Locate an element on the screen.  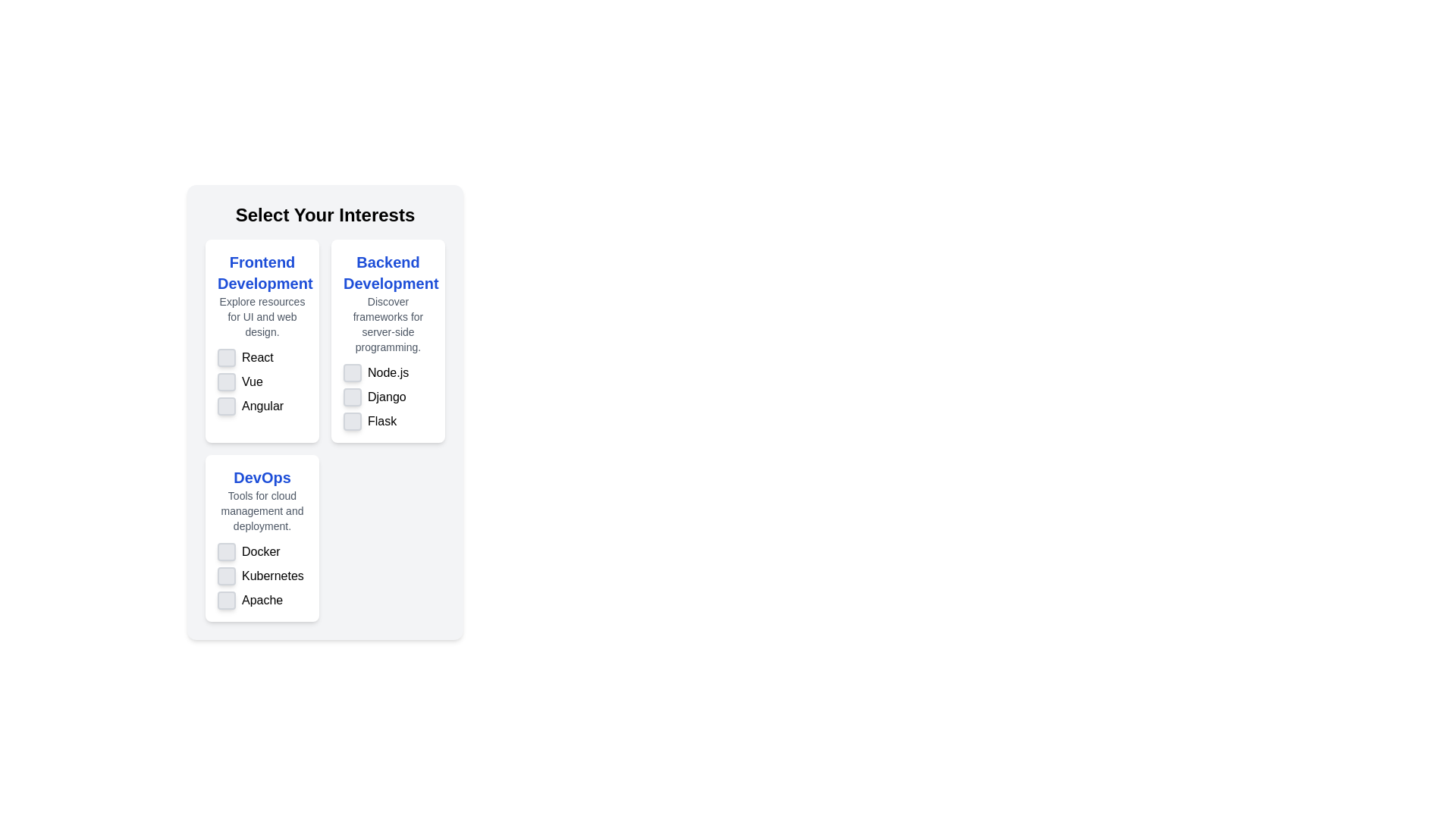
the text label displaying 'Django' located in the 'Backend Development' section, positioned beneath 'Node.js' and above 'Flask' is located at coordinates (387, 397).